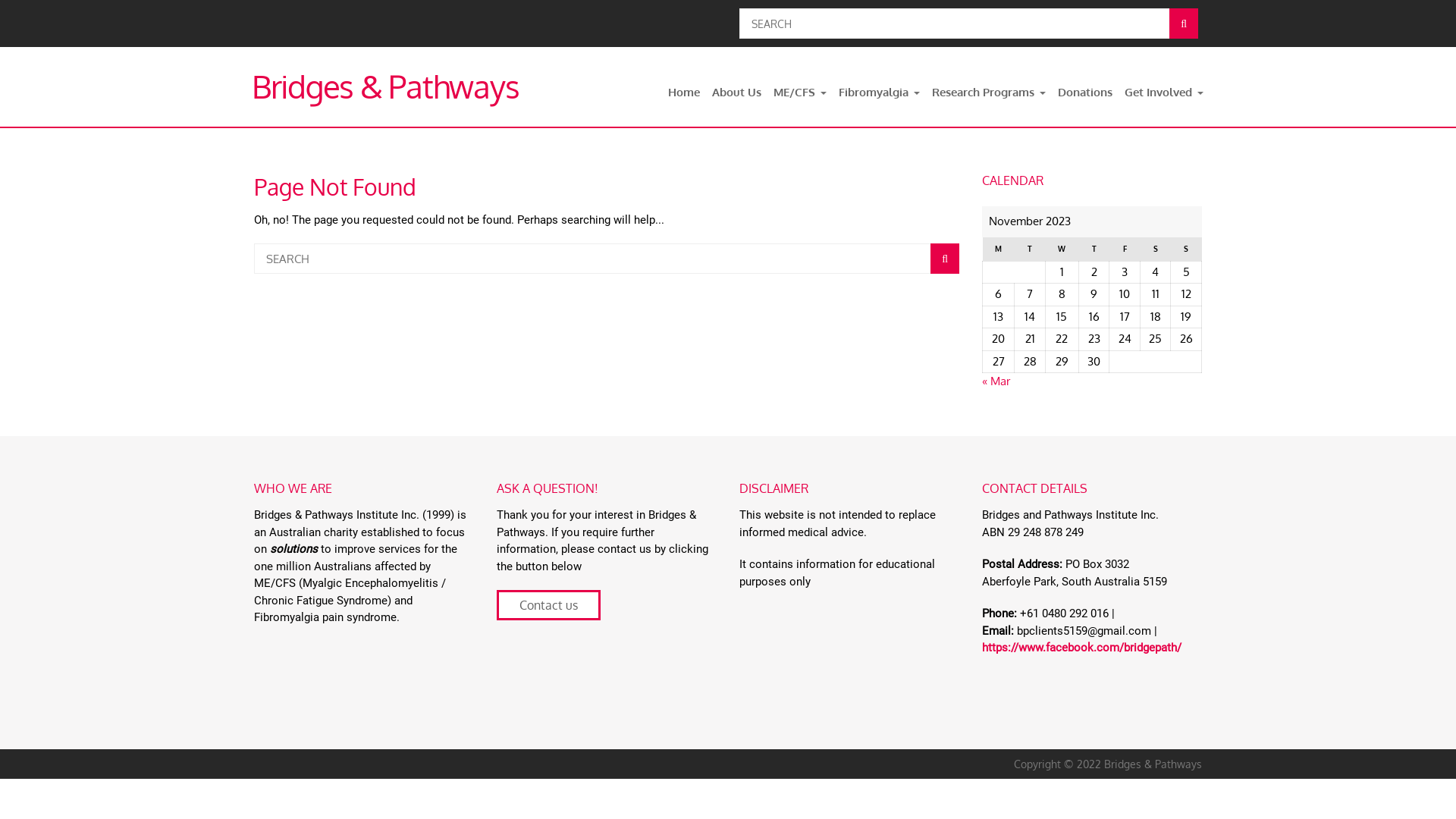  I want to click on 'Get Involved', so click(1163, 92).